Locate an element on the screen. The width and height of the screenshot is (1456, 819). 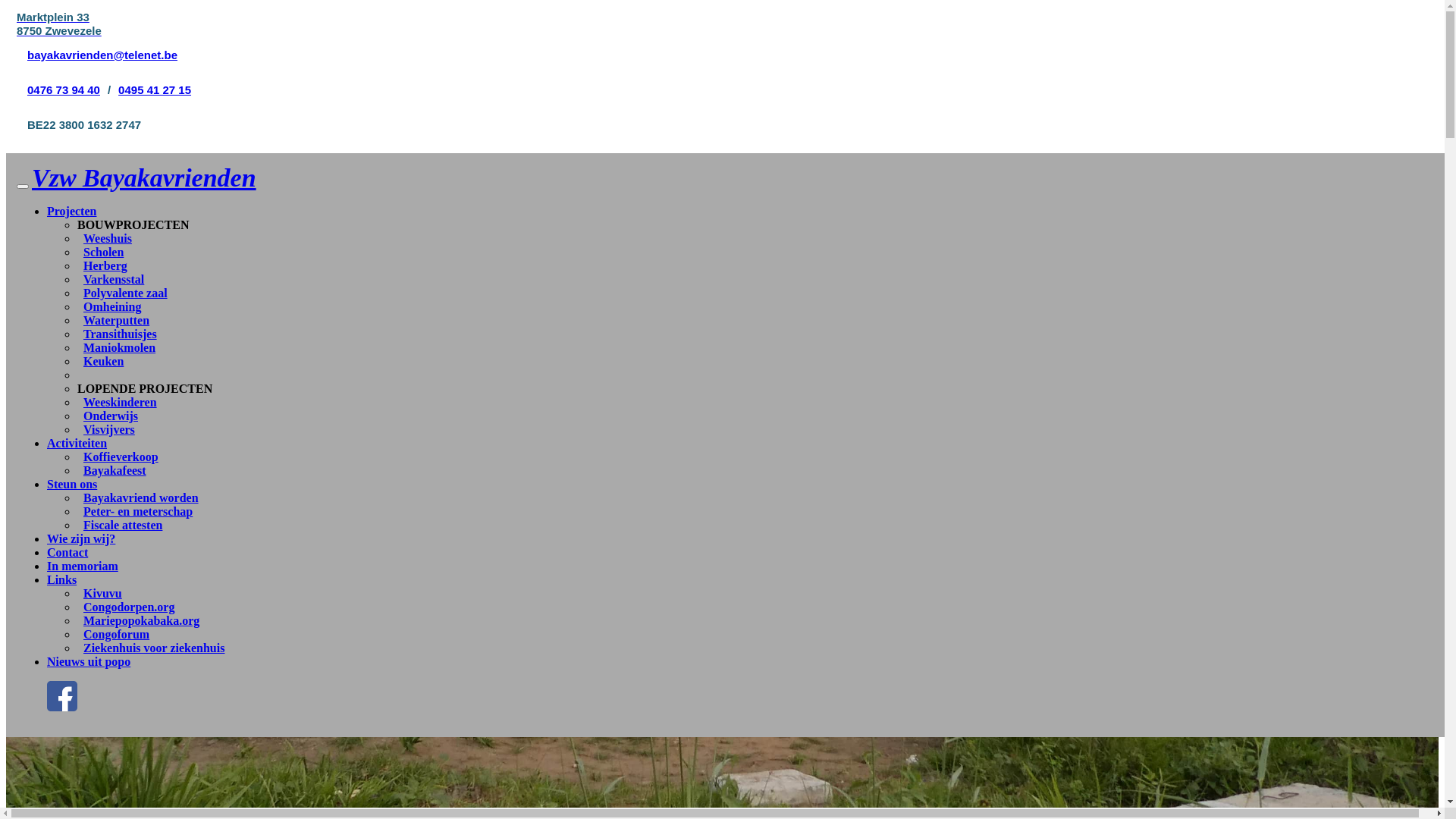
'0476 73 94 40' is located at coordinates (63, 89).